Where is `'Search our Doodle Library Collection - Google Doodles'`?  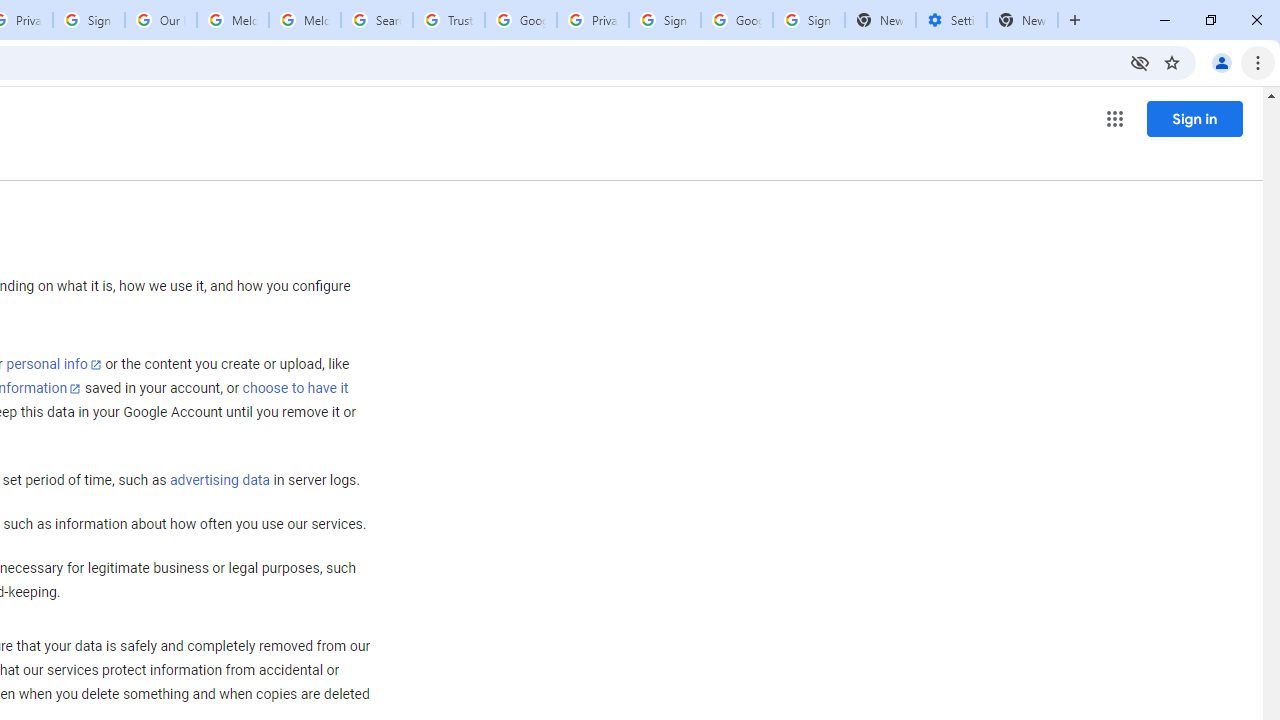 'Search our Doodle Library Collection - Google Doodles' is located at coordinates (376, 20).